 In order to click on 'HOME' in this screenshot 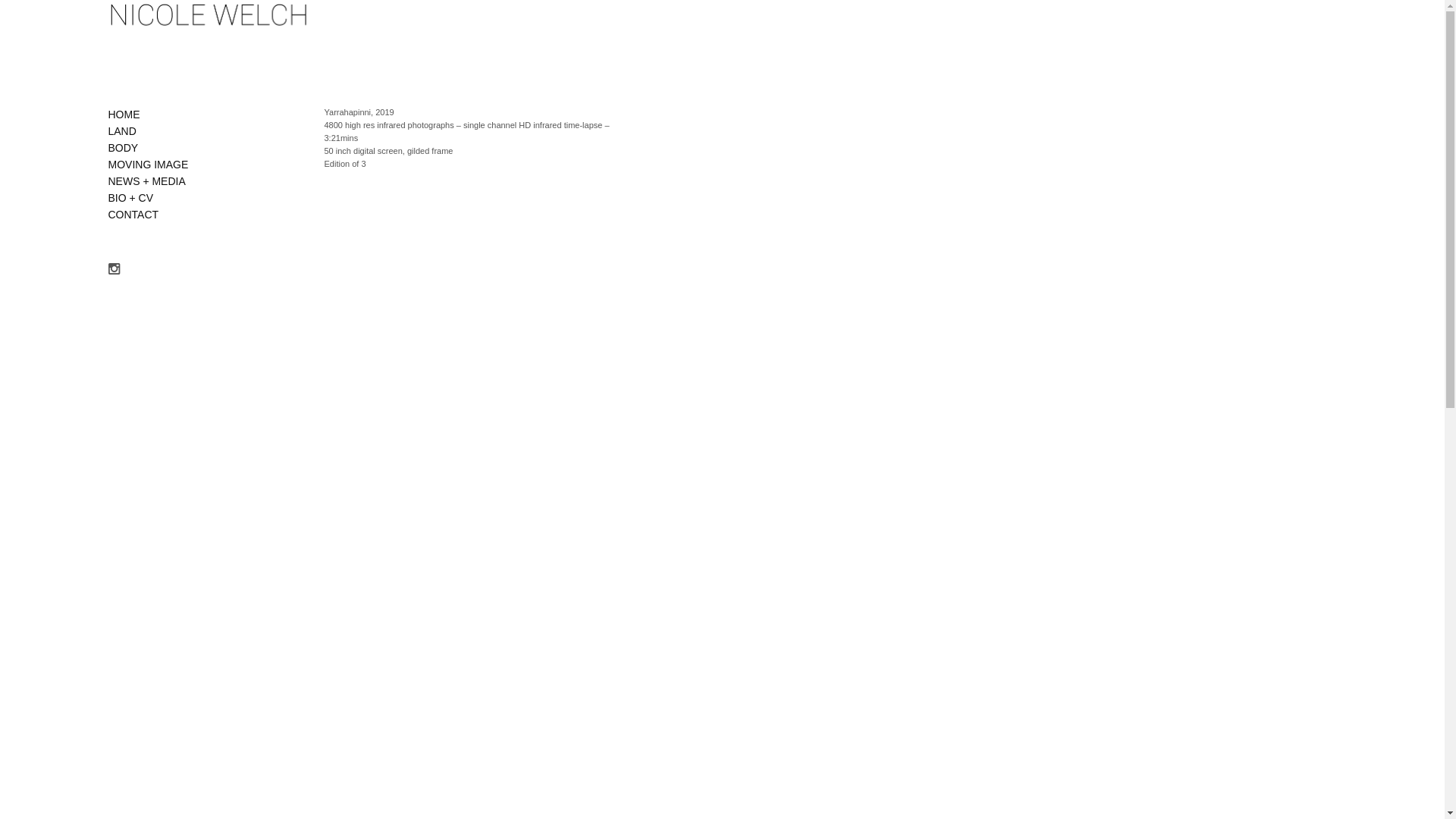, I will do `click(107, 113)`.